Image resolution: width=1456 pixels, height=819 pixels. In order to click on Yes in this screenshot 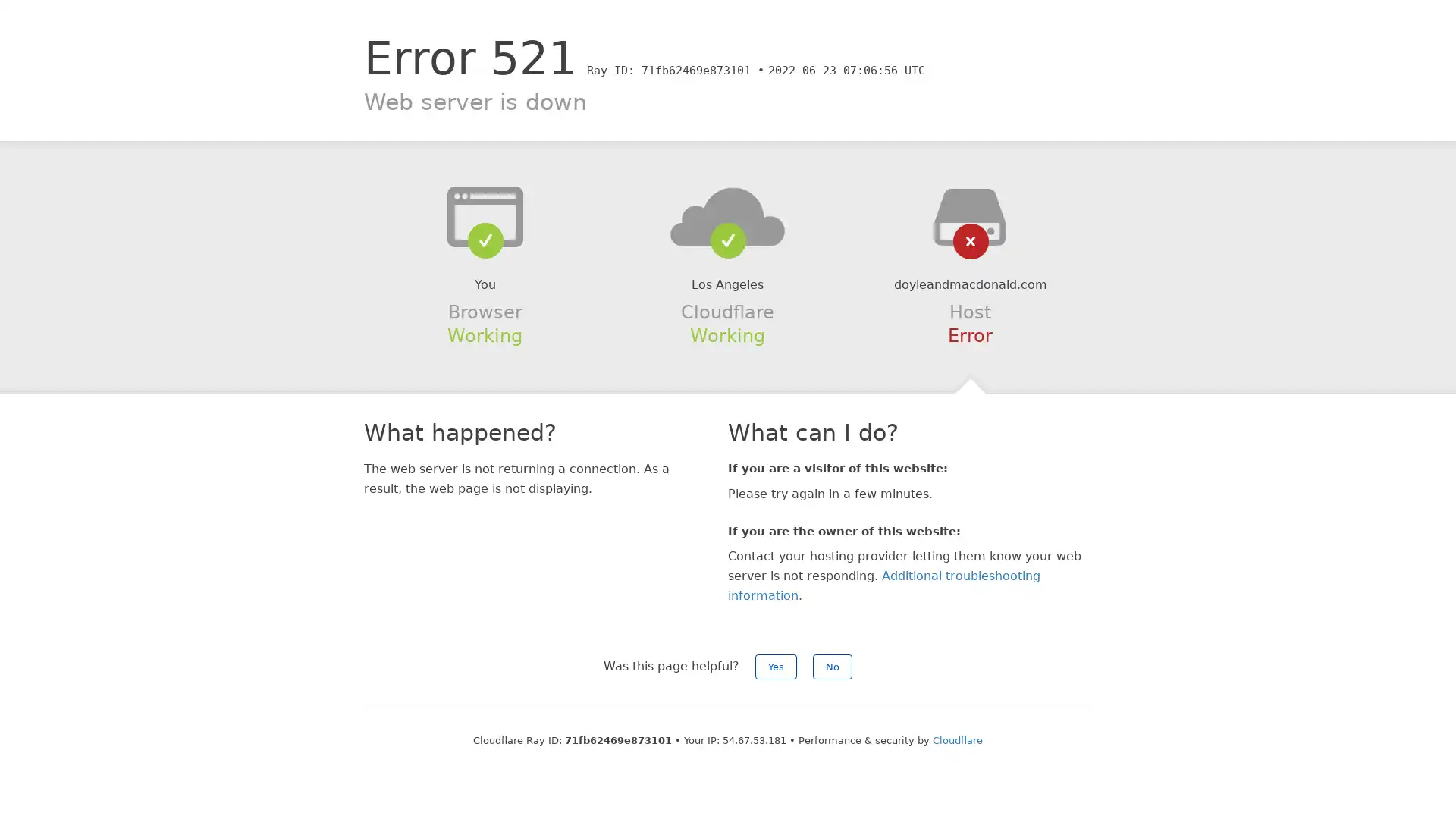, I will do `click(776, 666)`.